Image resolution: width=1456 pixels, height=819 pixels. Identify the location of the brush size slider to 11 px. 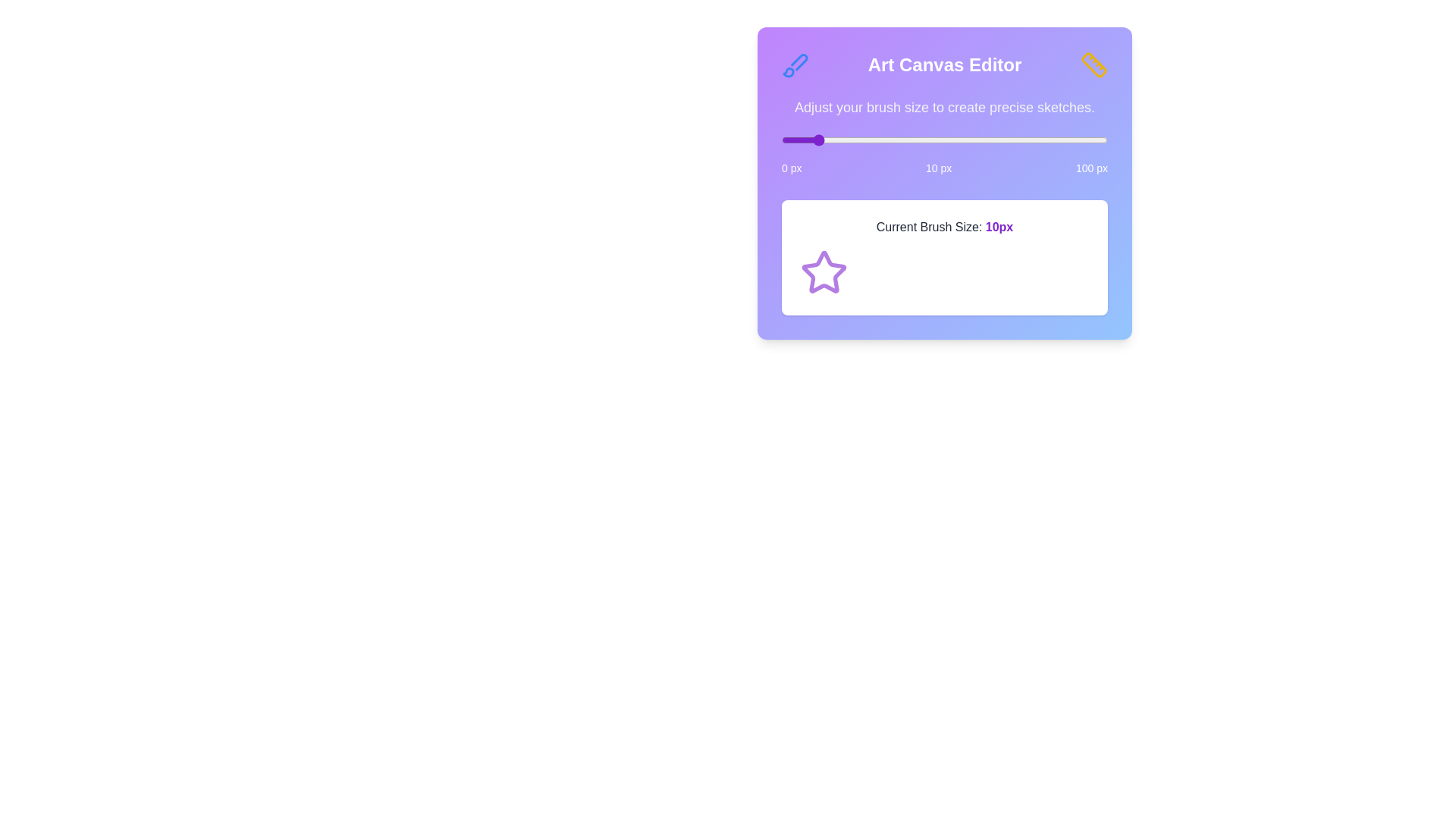
(817, 140).